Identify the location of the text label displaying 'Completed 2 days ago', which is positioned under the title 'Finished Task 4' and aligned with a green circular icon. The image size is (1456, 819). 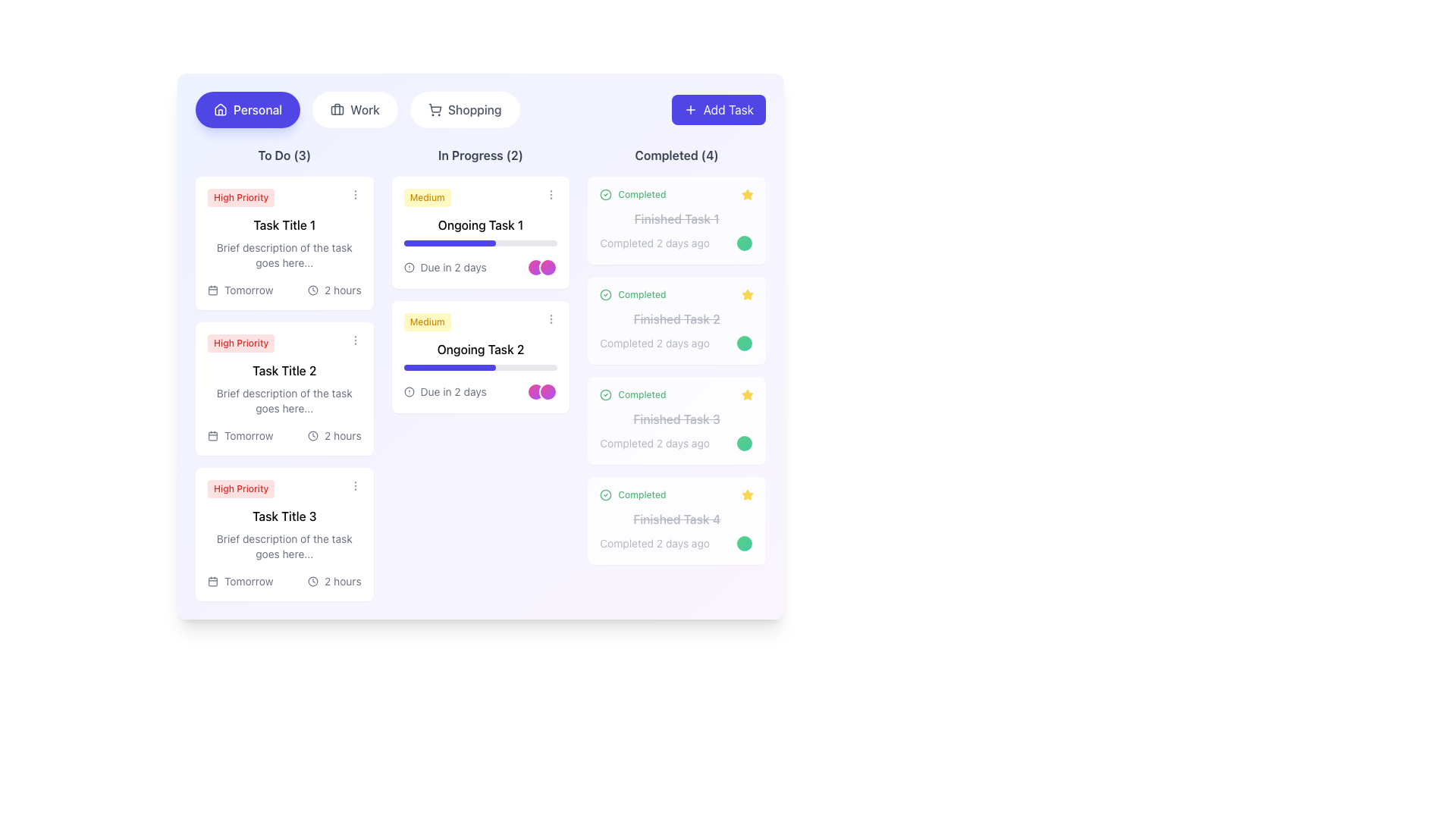
(654, 543).